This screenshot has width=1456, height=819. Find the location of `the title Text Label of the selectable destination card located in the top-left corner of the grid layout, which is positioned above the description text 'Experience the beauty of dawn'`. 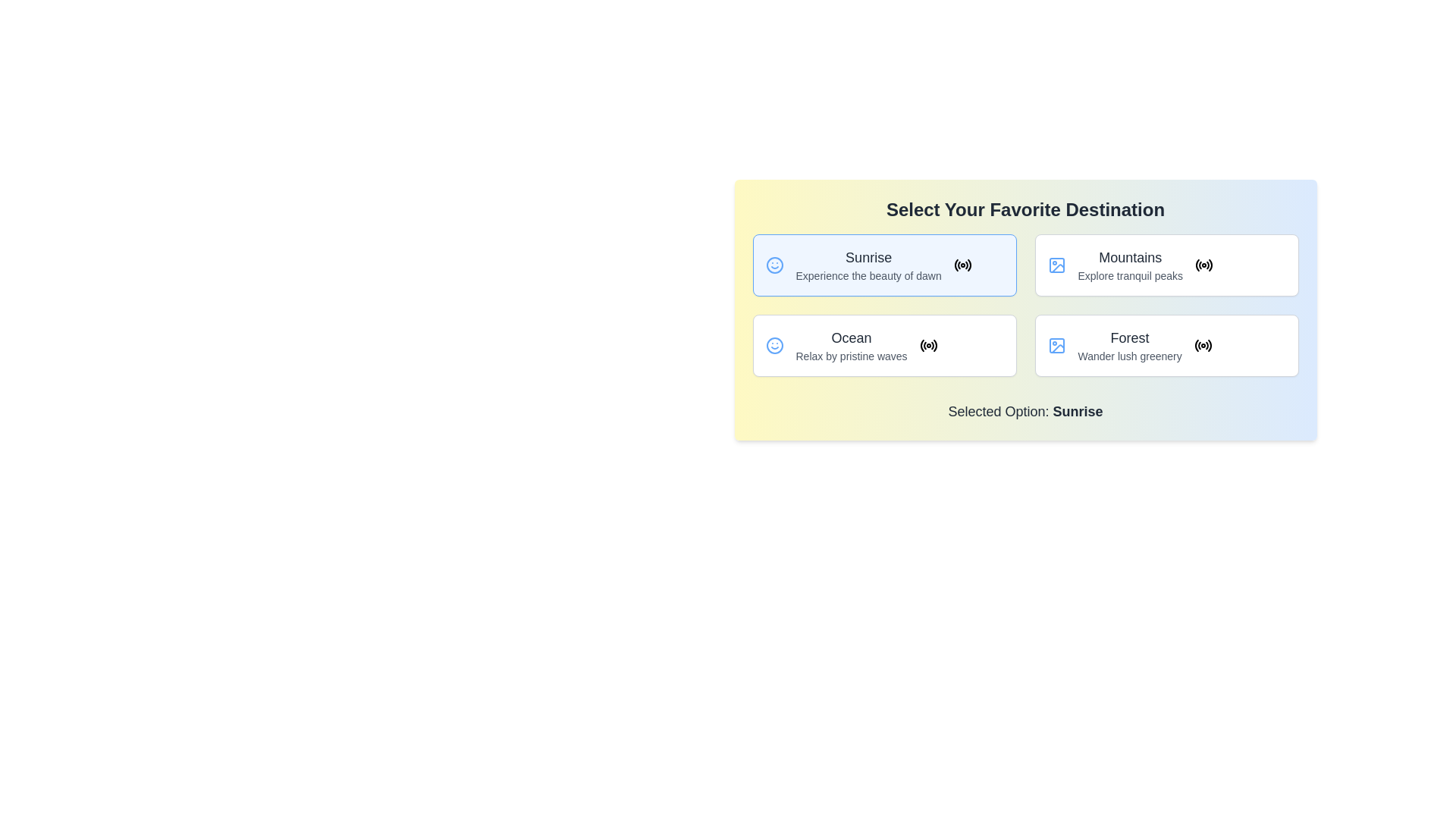

the title Text Label of the selectable destination card located in the top-left corner of the grid layout, which is positioned above the description text 'Experience the beauty of dawn' is located at coordinates (868, 256).